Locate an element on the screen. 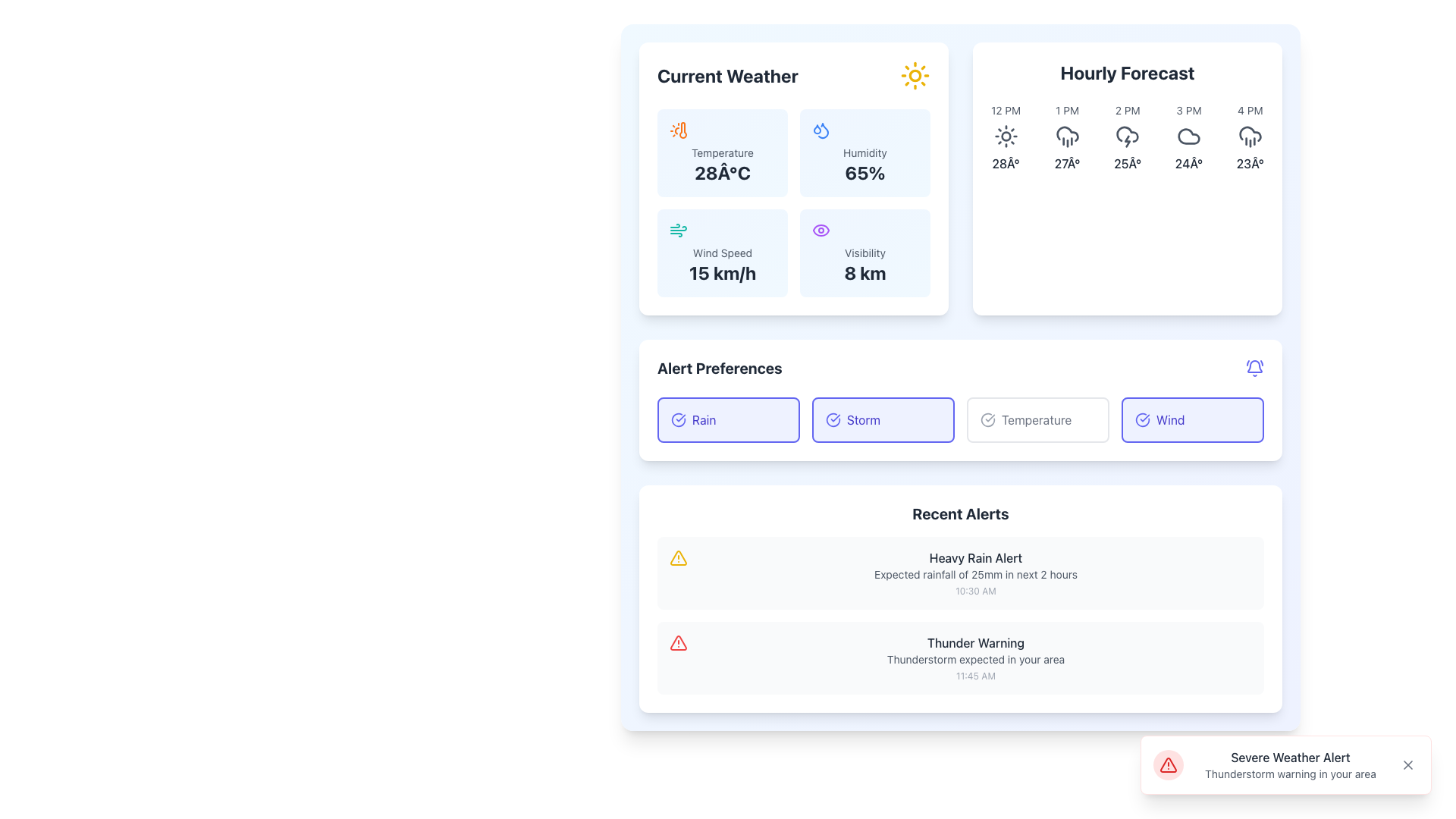 The width and height of the screenshot is (1456, 819). informational text element displaying the alert title 'Severe Weather Alert' and the description 'Thunderstorm warning in your area', located in the bottom-right alert box is located at coordinates (1290, 765).